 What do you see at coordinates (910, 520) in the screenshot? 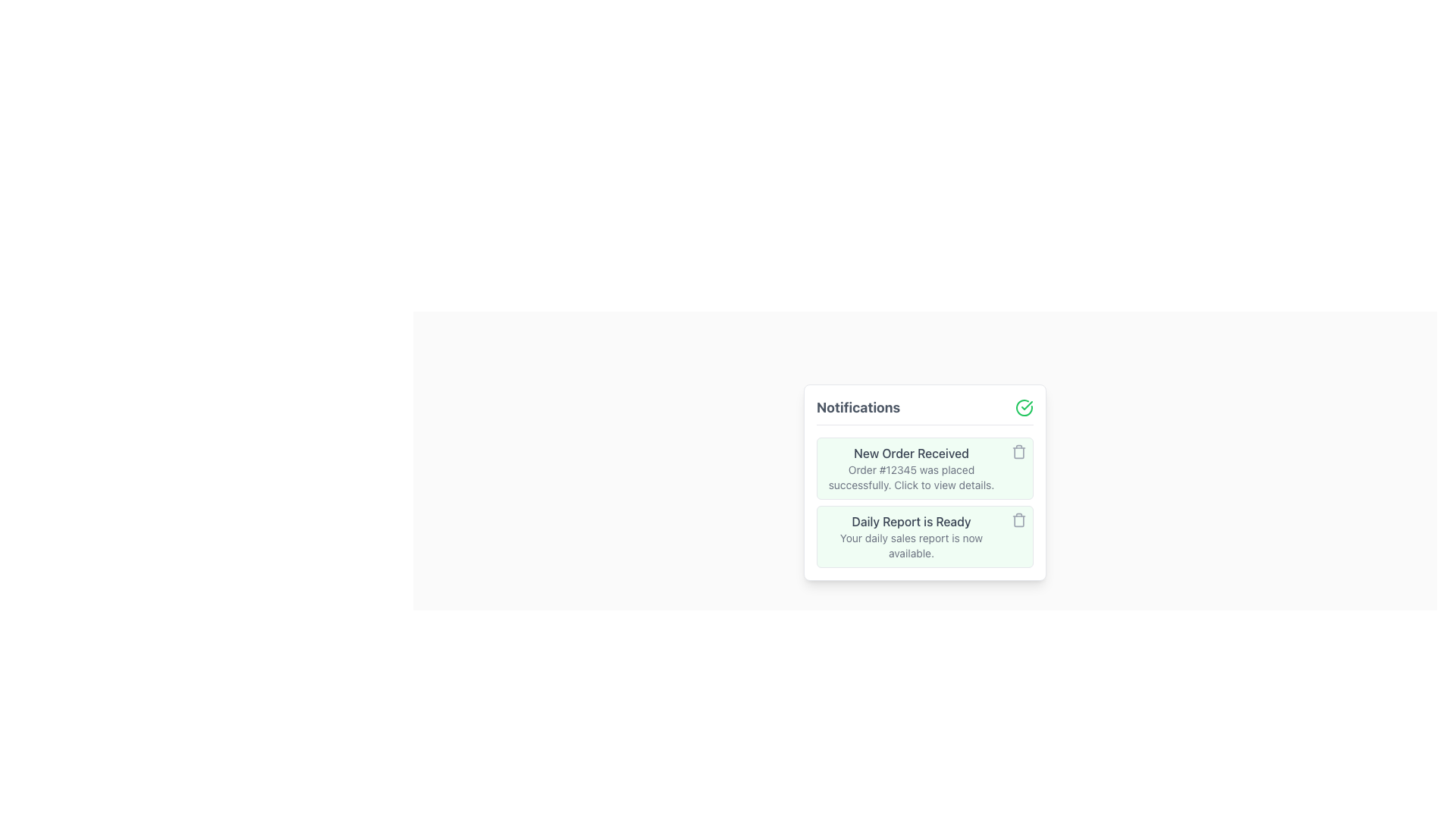
I see `the text element that reads 'Daily Report is Ready', which is styled in a medium-weight font and located inside the second notification card of the 'Notifications' list` at bounding box center [910, 520].